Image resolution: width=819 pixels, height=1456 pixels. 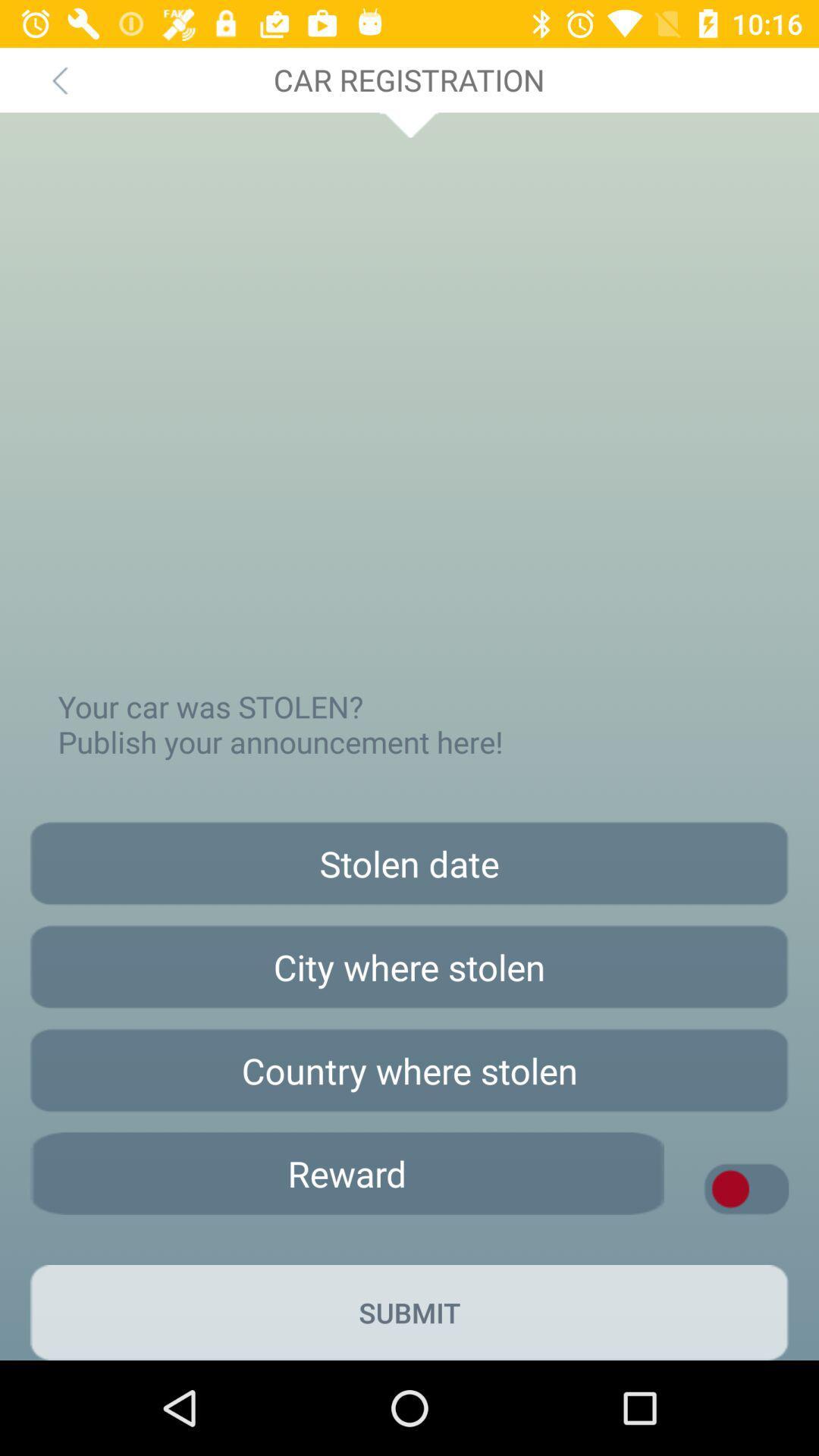 What do you see at coordinates (409, 966) in the screenshot?
I see `city where stolen option` at bounding box center [409, 966].